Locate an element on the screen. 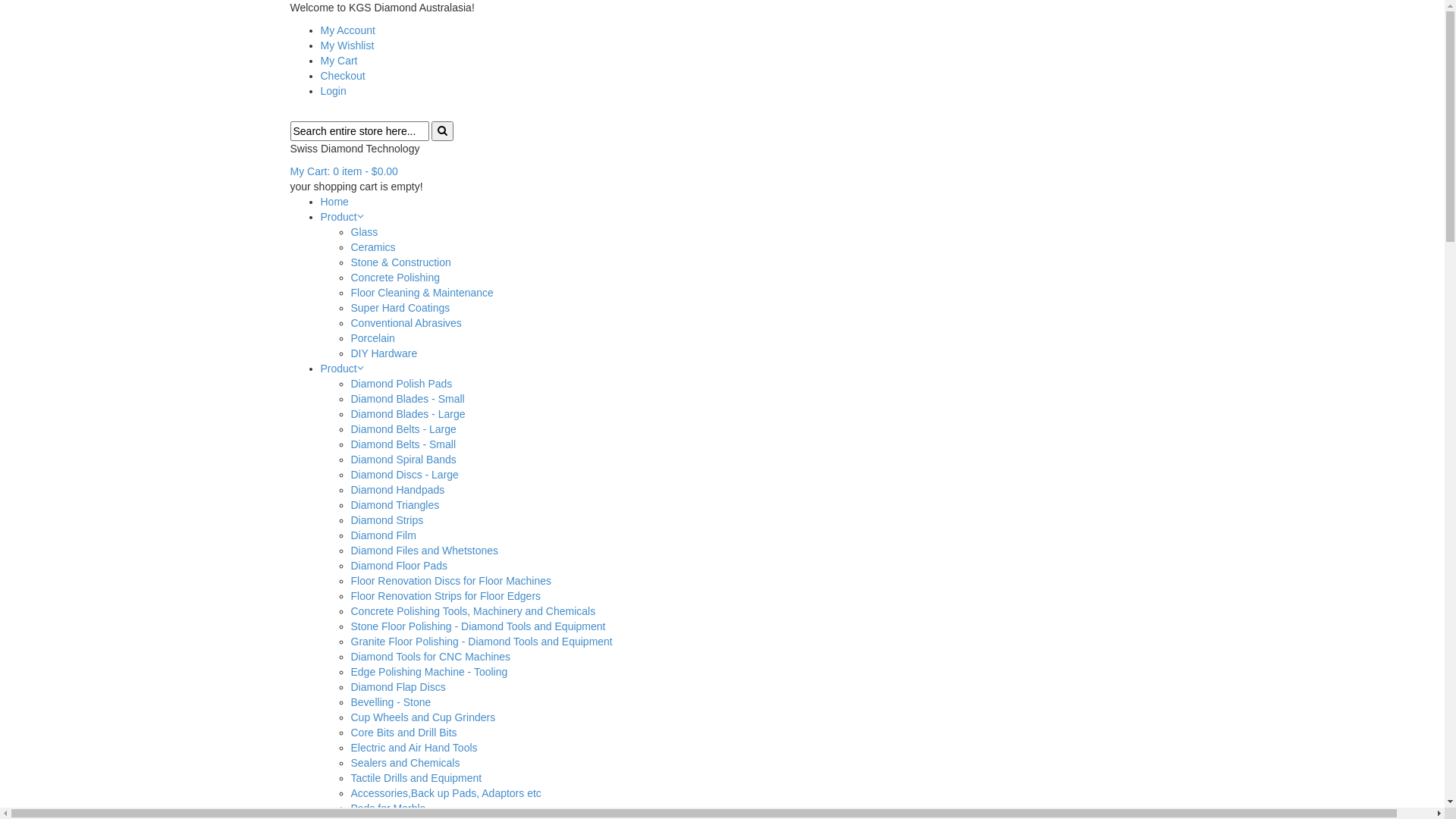  'Diamond Belts - Large' is located at coordinates (403, 429).